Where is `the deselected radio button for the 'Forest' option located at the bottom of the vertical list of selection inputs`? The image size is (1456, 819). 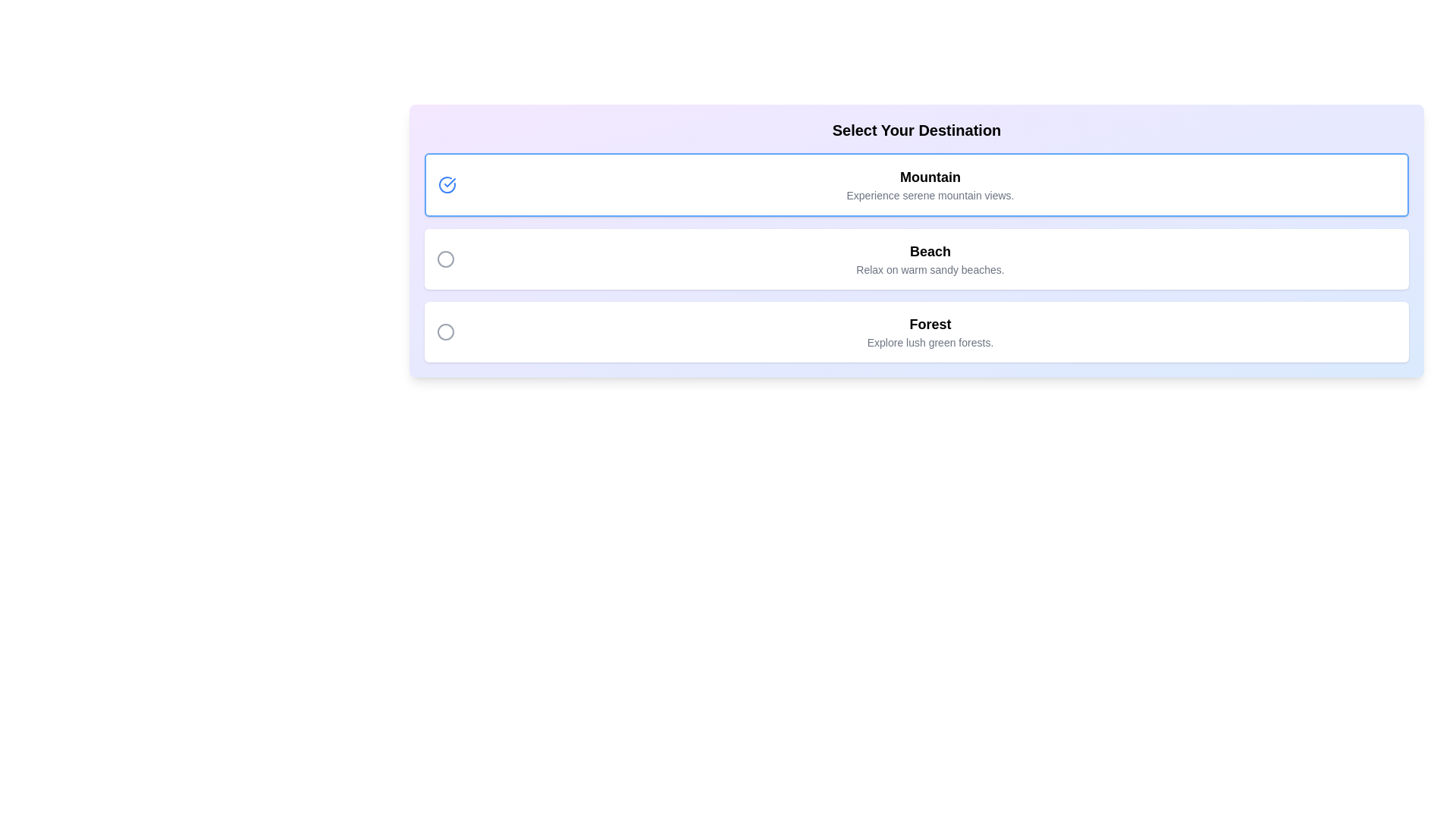
the deselected radio button for the 'Forest' option located at the bottom of the vertical list of selection inputs is located at coordinates (445, 331).